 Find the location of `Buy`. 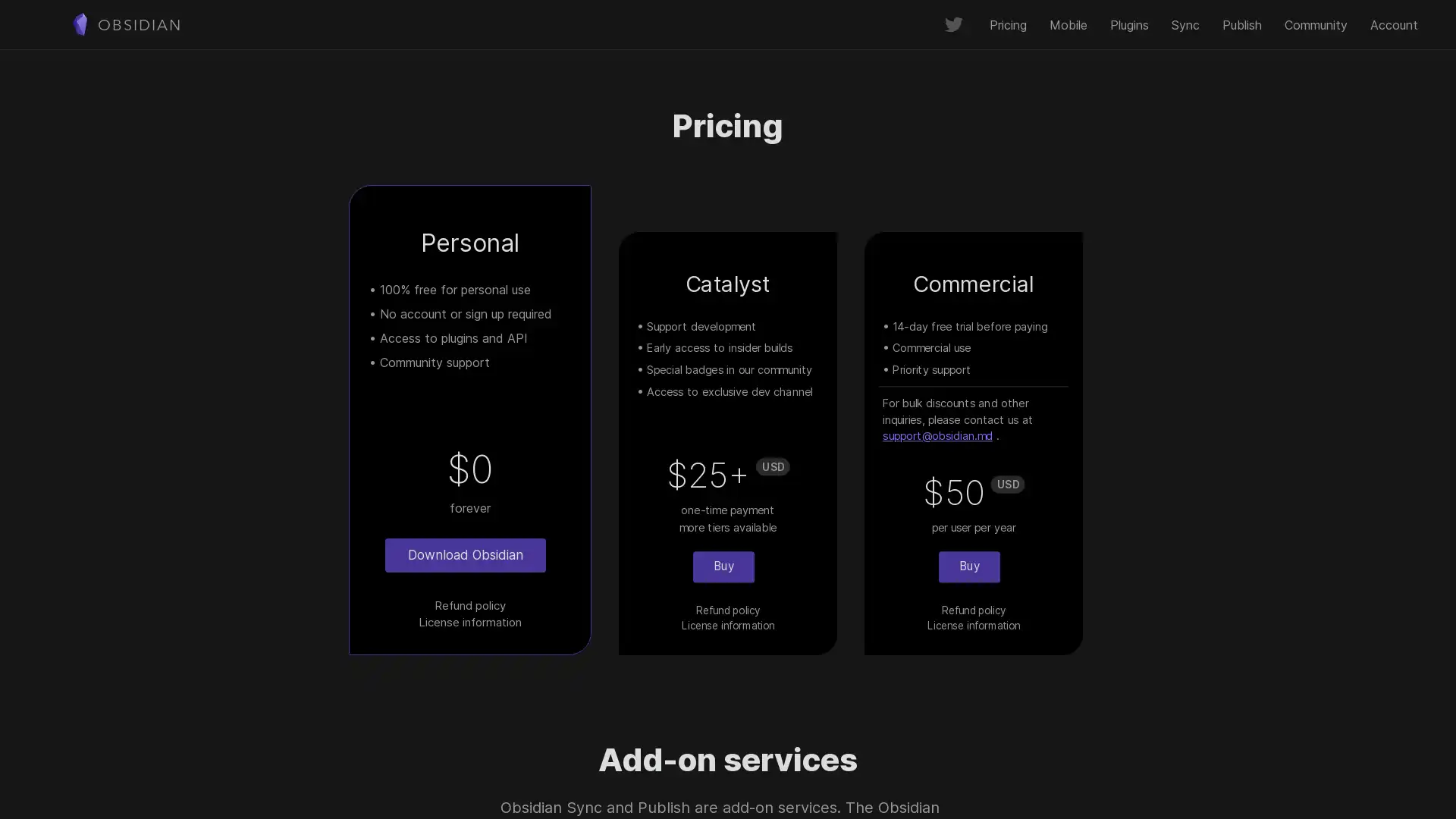

Buy is located at coordinates (723, 566).